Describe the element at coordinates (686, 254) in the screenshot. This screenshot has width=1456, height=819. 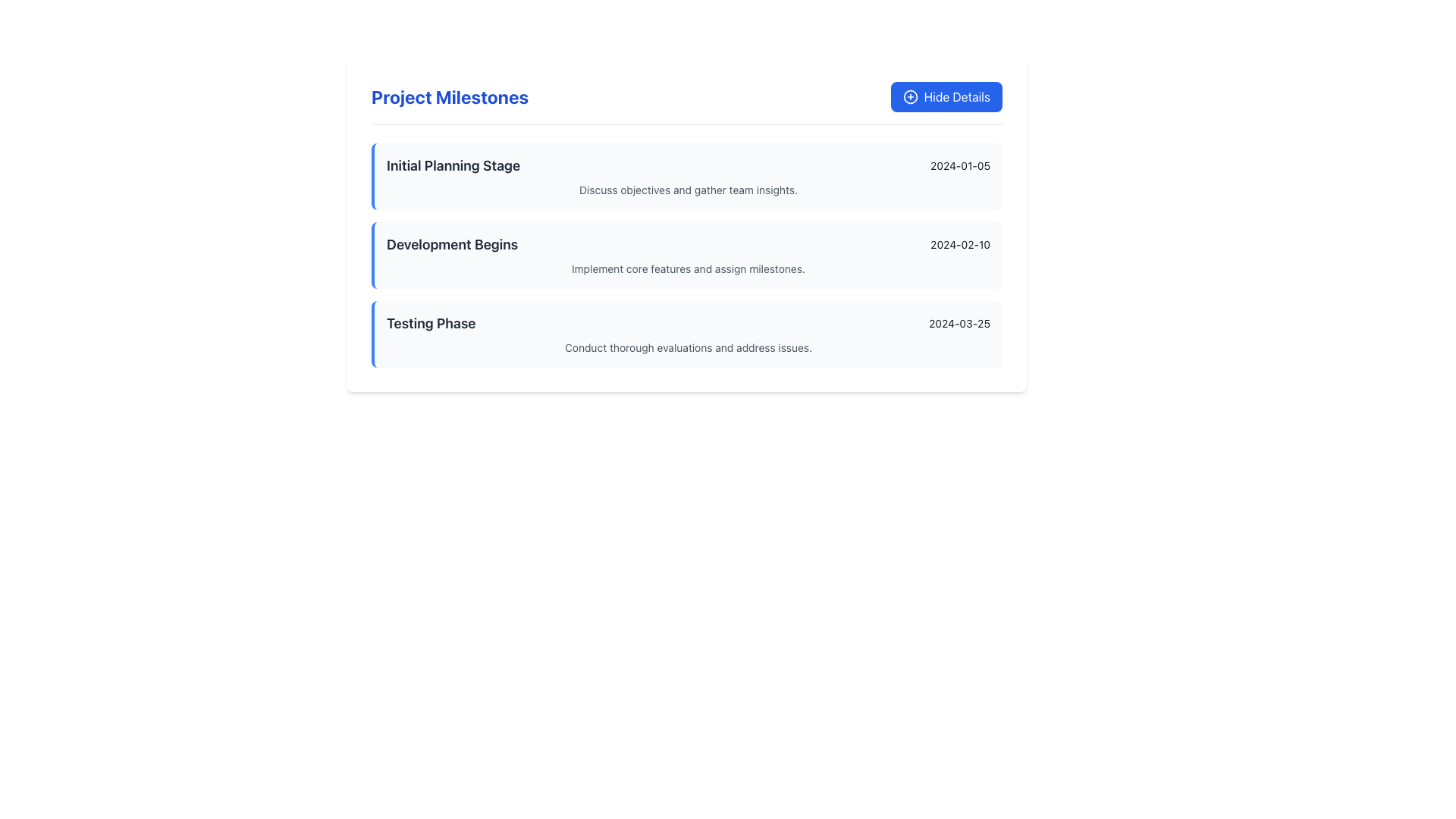
I see `the milestone component titled 'Development Begins' to possibly reveal further details` at that location.